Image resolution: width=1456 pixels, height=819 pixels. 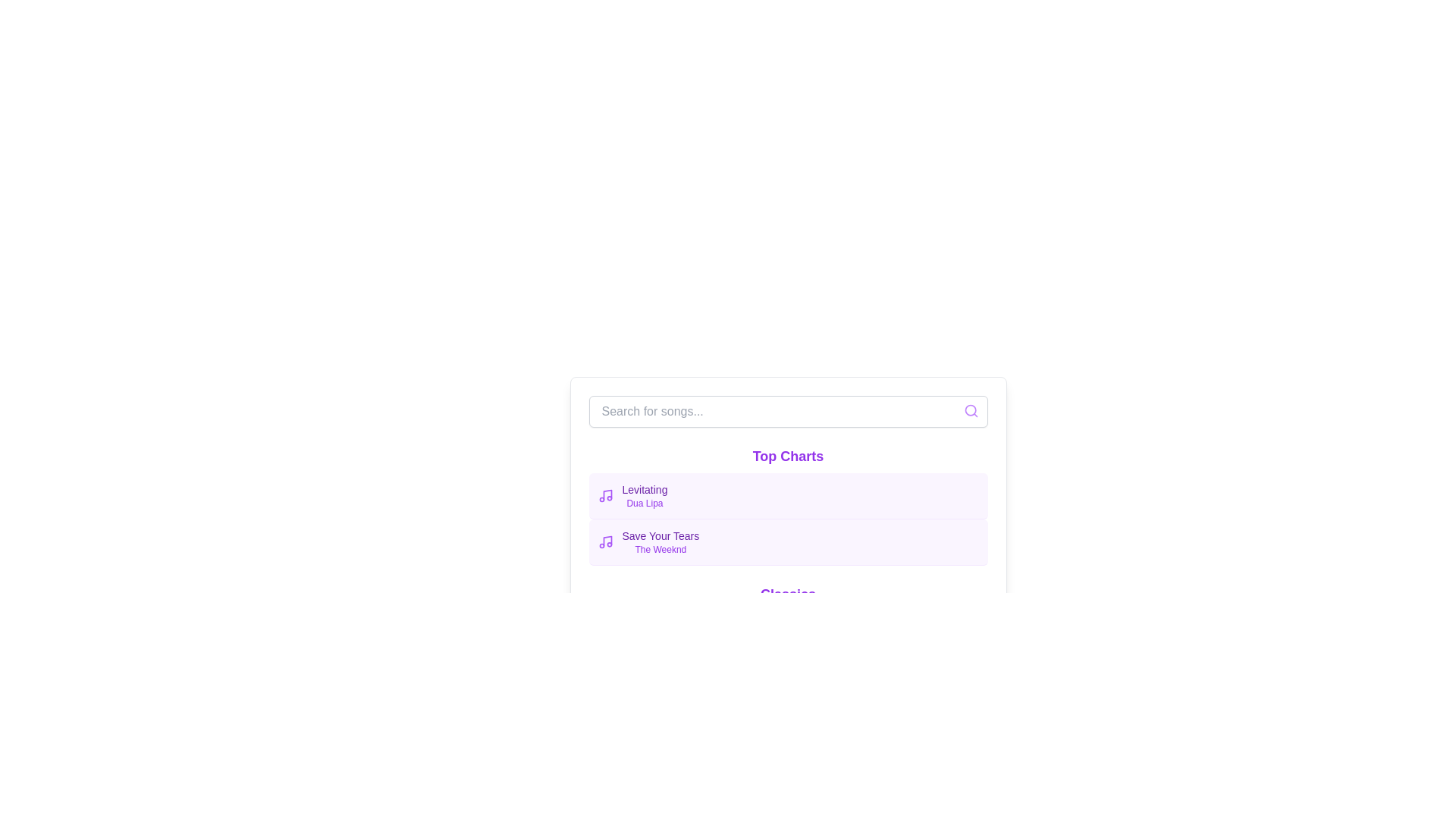 I want to click on the 'Top Charts' text label displayed in large, bold purple font, located at the top of a song list section just below the search bar, so click(x=788, y=455).